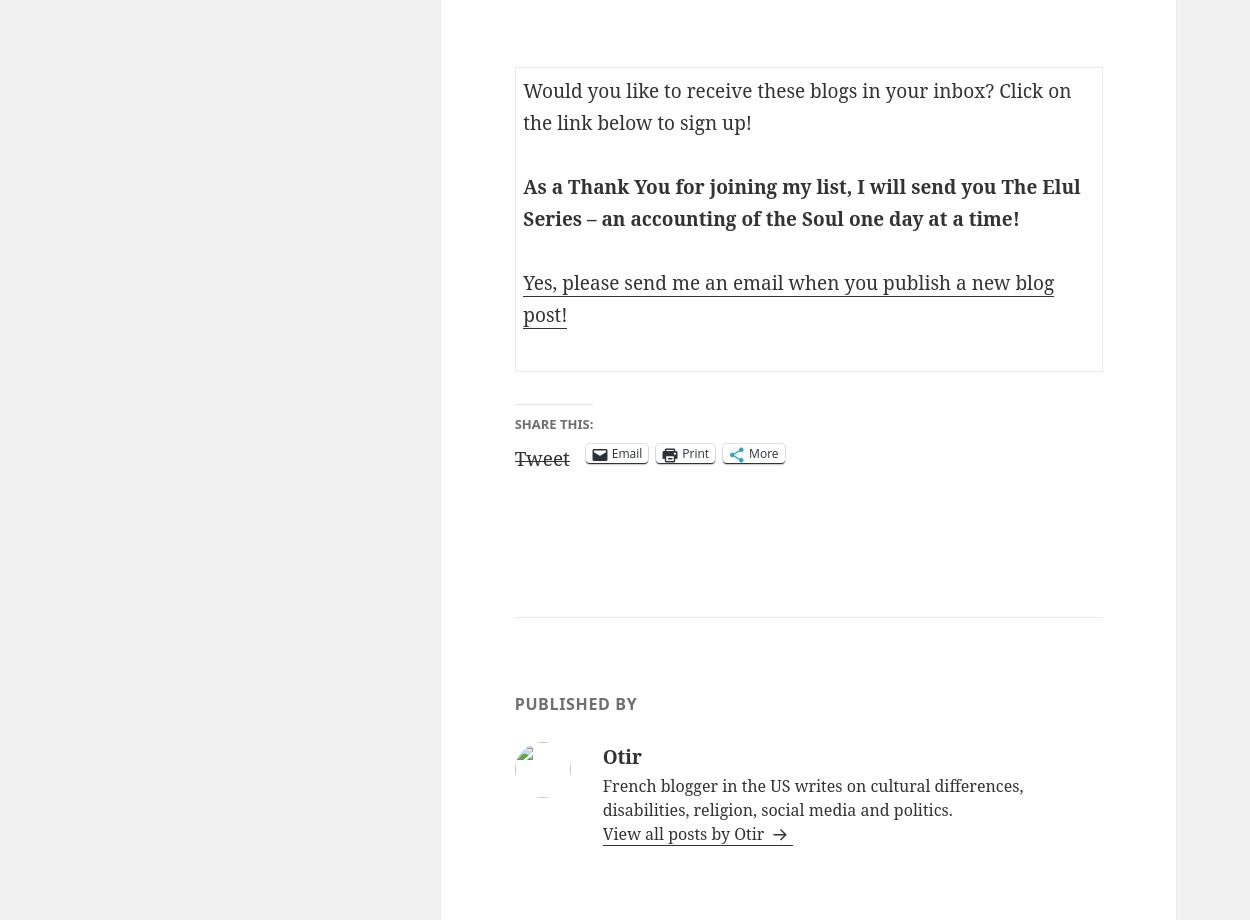 The image size is (1250, 920). What do you see at coordinates (763, 452) in the screenshot?
I see `'More'` at bounding box center [763, 452].